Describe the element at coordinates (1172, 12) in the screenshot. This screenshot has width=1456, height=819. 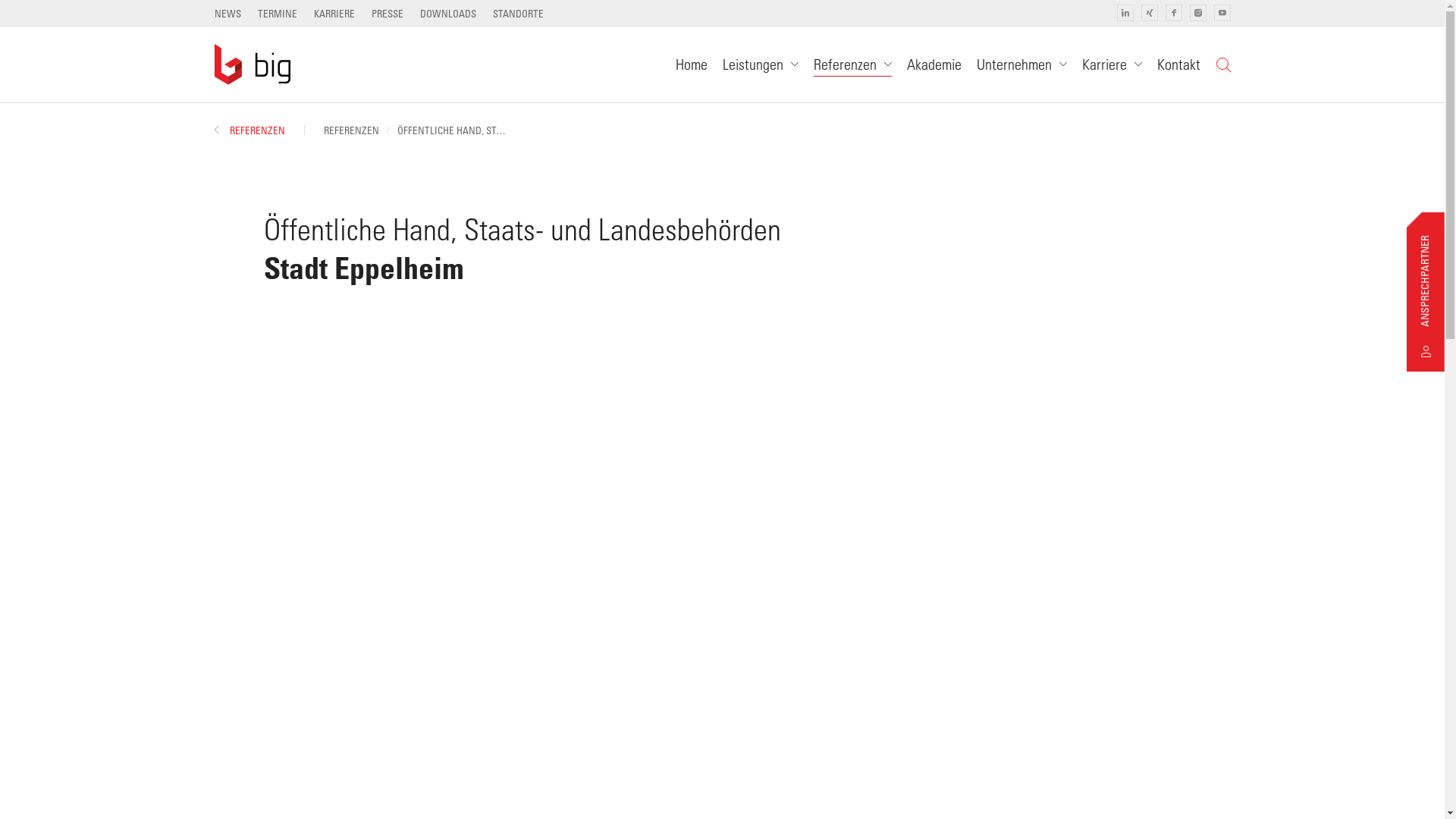
I see `'Facebook'` at that location.